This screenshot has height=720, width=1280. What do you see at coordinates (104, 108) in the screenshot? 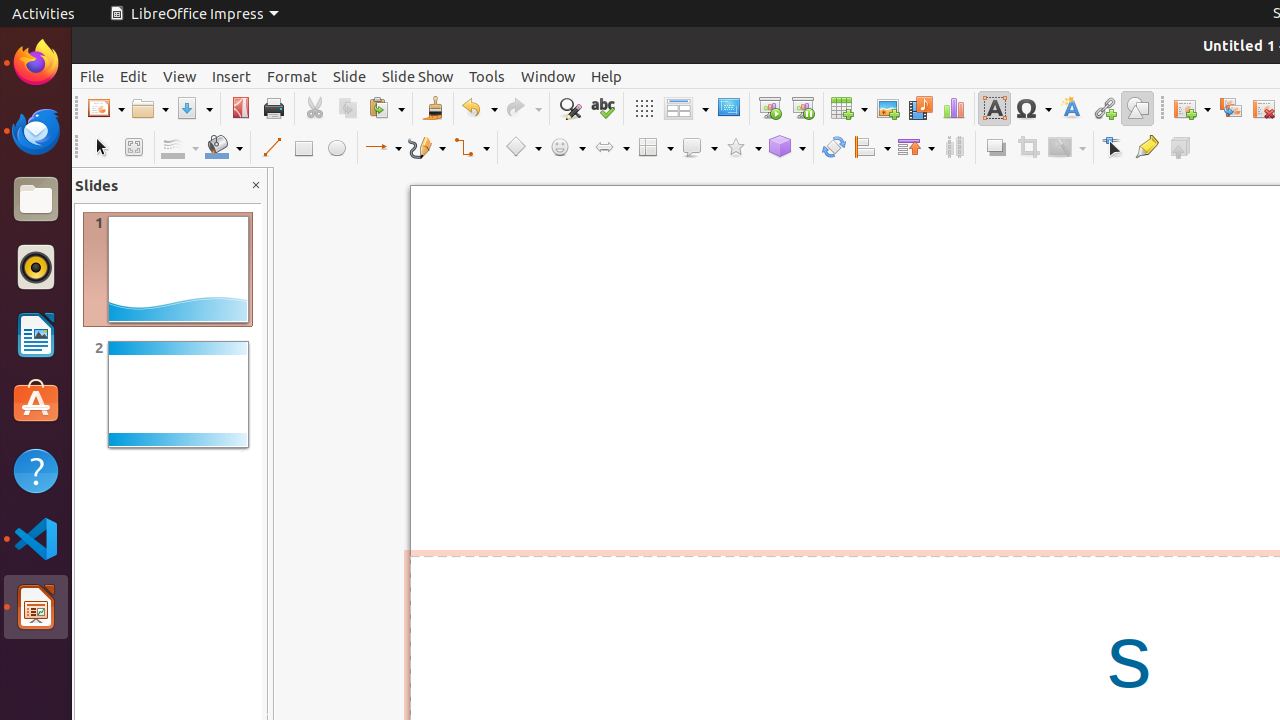
I see `'New'` at bounding box center [104, 108].